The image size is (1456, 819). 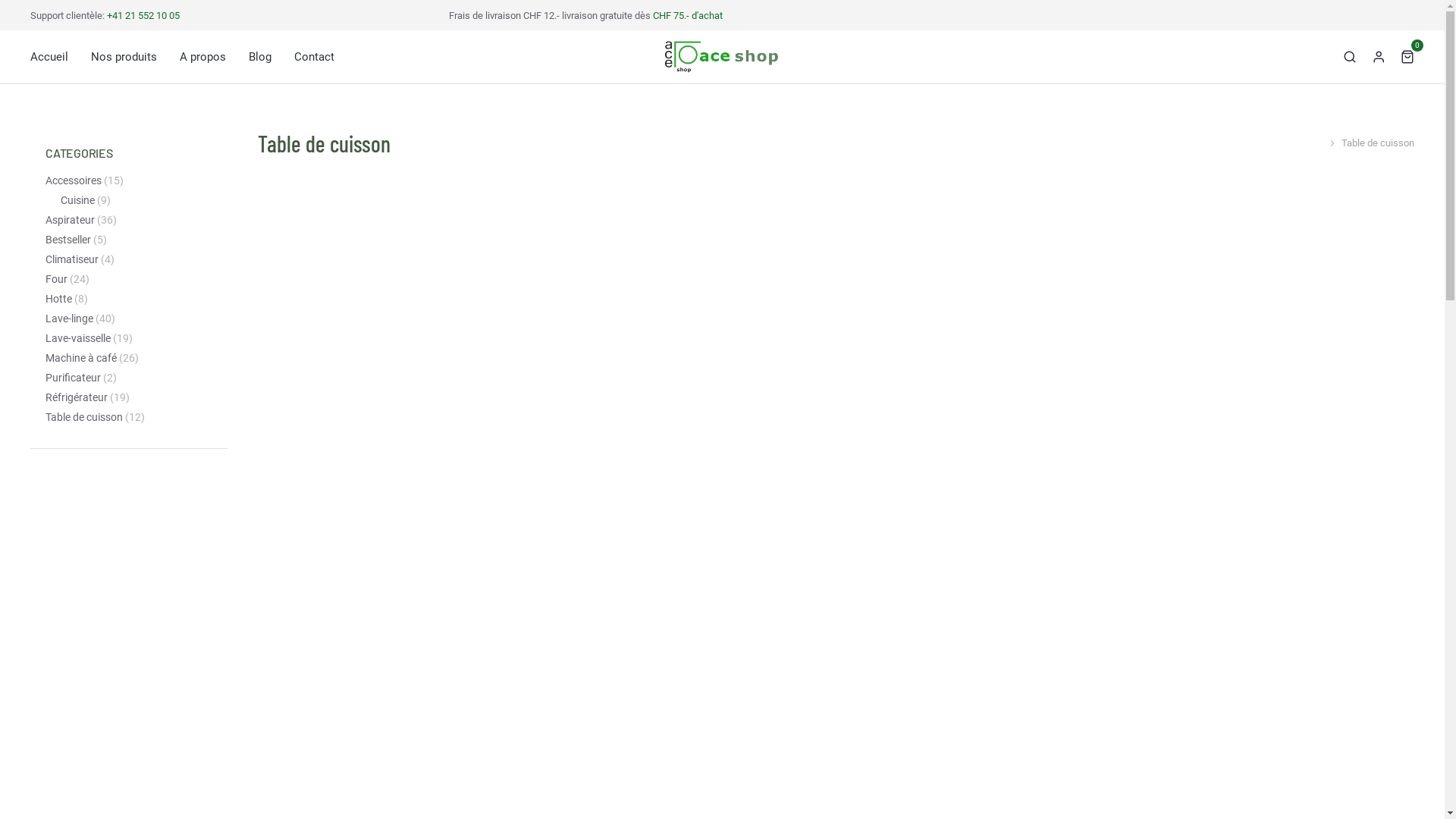 What do you see at coordinates (77, 337) in the screenshot?
I see `'Lave-vaisselle'` at bounding box center [77, 337].